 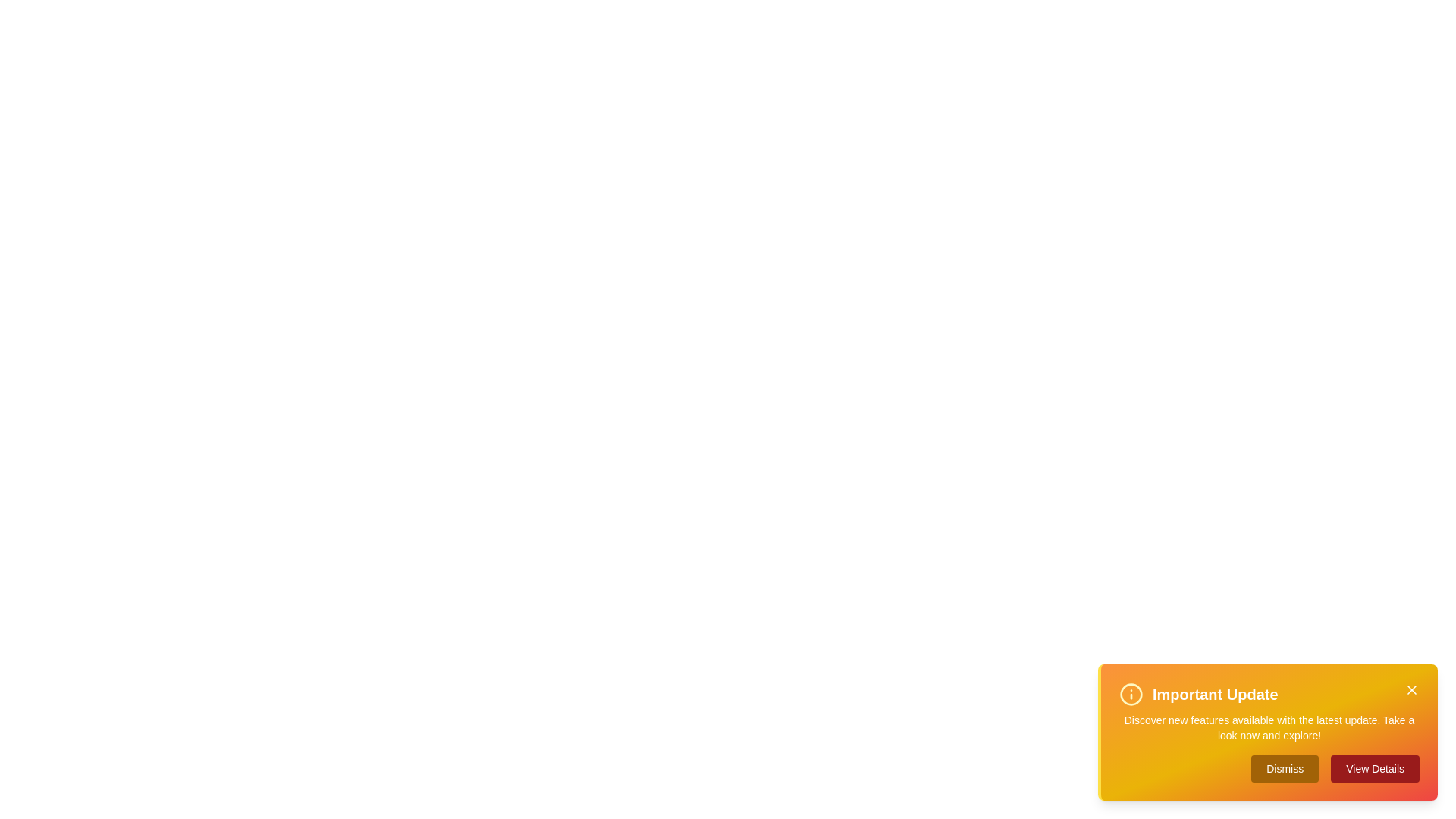 What do you see at coordinates (1375, 769) in the screenshot?
I see `the 'View Details' button to navigate to the details page` at bounding box center [1375, 769].